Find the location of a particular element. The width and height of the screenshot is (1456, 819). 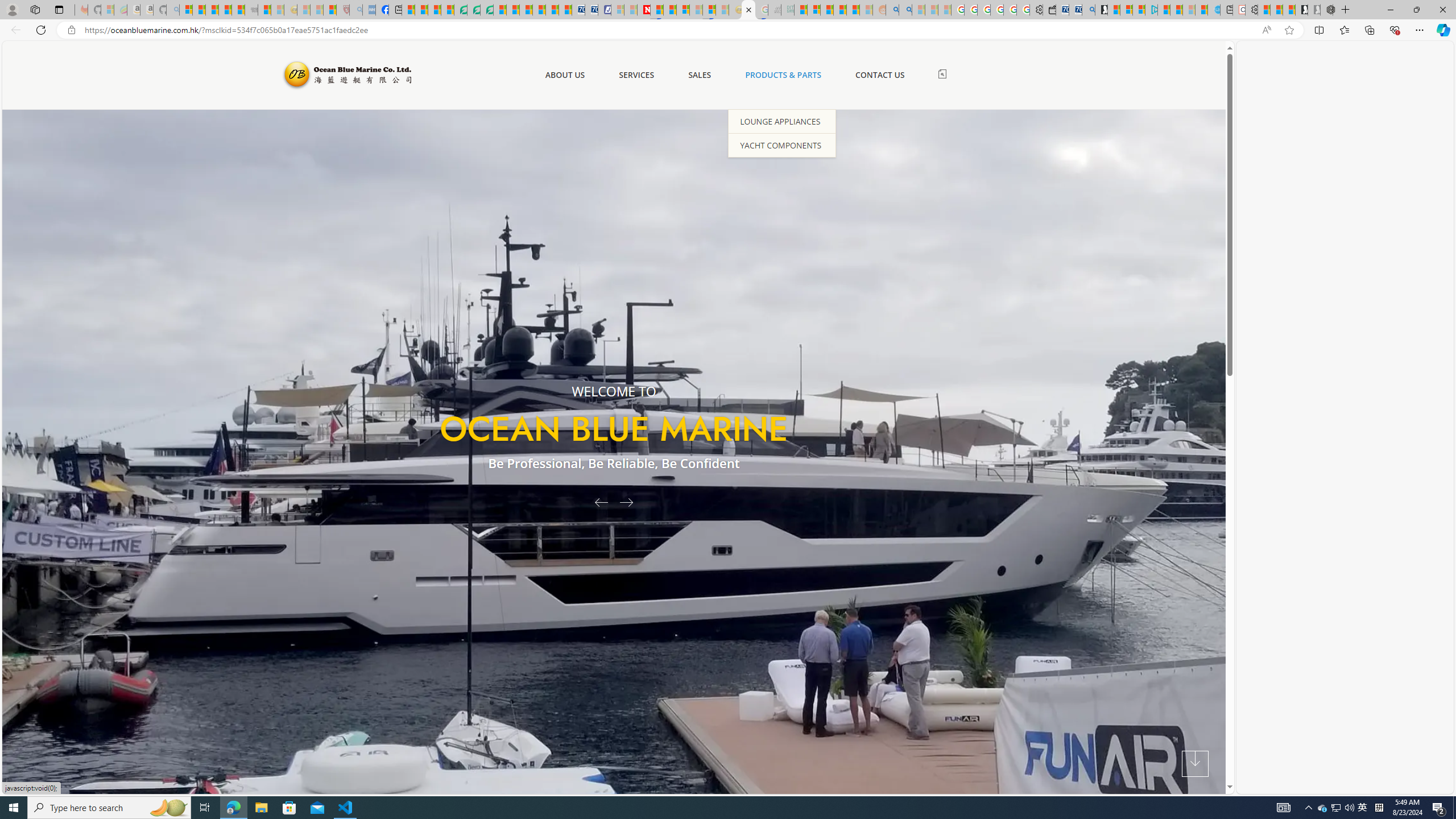

'Student Loan Update: Forgiveness Program Ends This Month' is located at coordinates (853, 9).